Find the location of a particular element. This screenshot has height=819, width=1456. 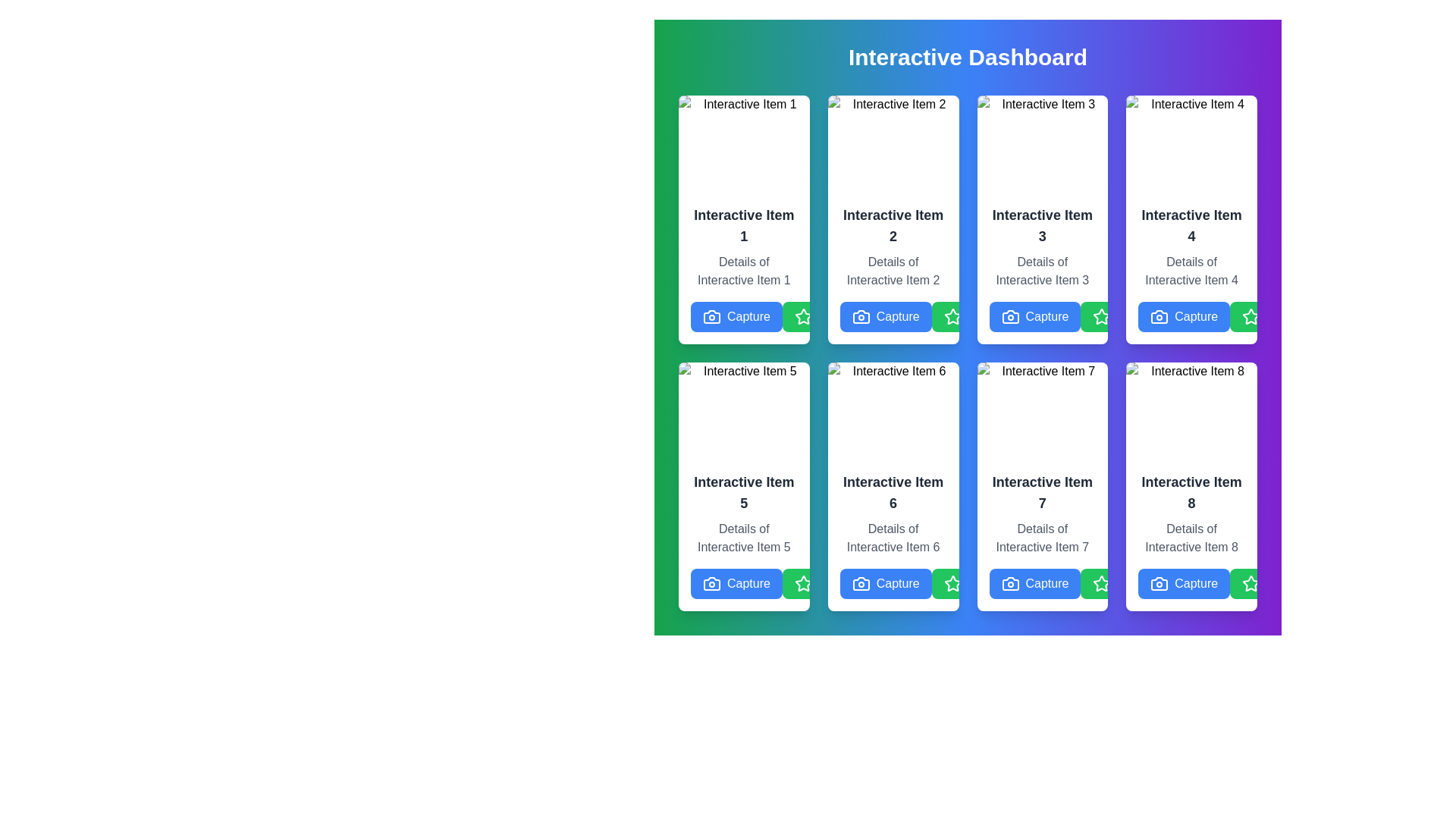

the image with alt text 'Interactive Item 2' located at the center of the card in the dashboard is located at coordinates (893, 143).